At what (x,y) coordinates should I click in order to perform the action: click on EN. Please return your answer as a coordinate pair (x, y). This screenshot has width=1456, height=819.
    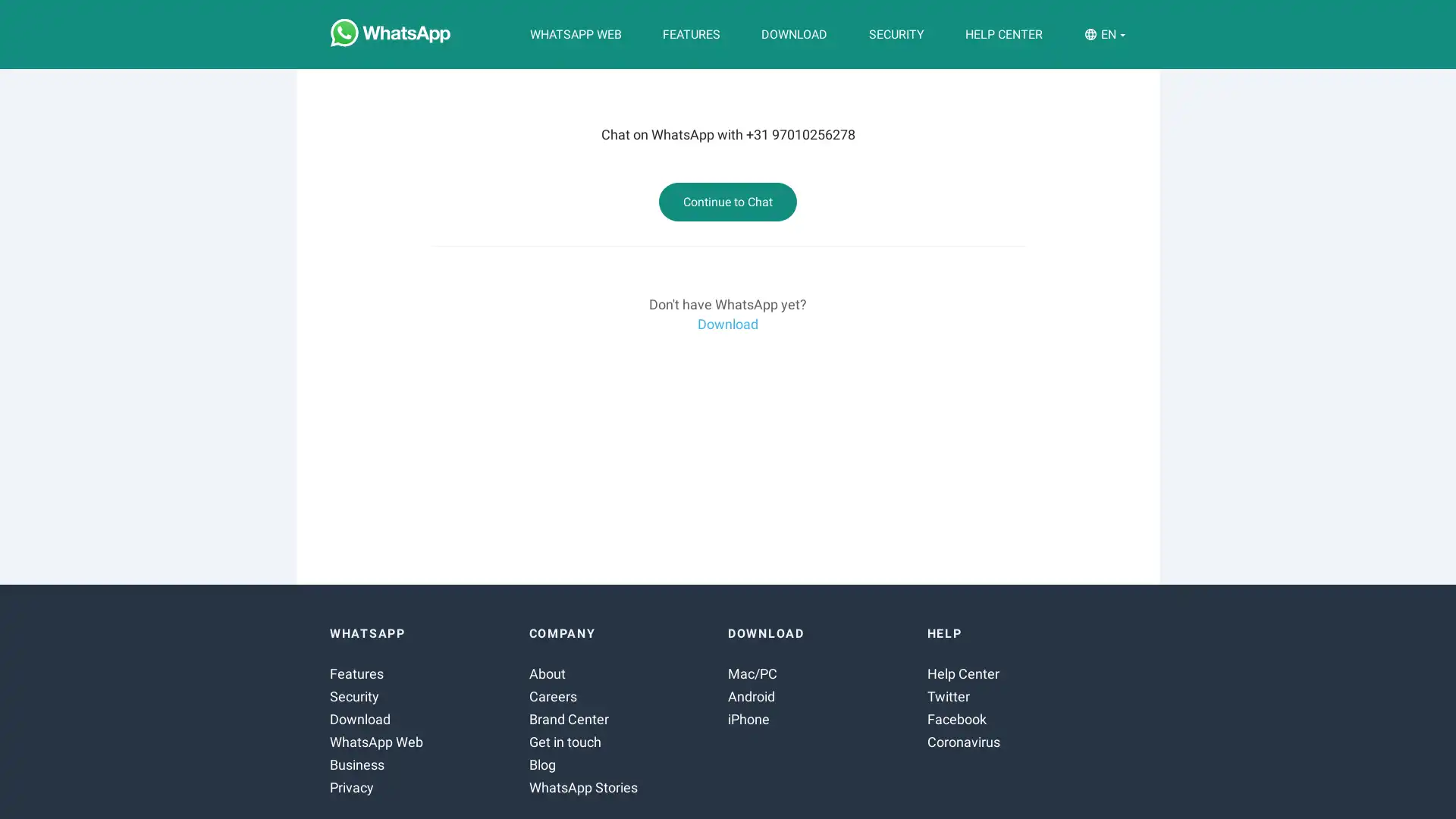
    Looking at the image, I should click on (1105, 34).